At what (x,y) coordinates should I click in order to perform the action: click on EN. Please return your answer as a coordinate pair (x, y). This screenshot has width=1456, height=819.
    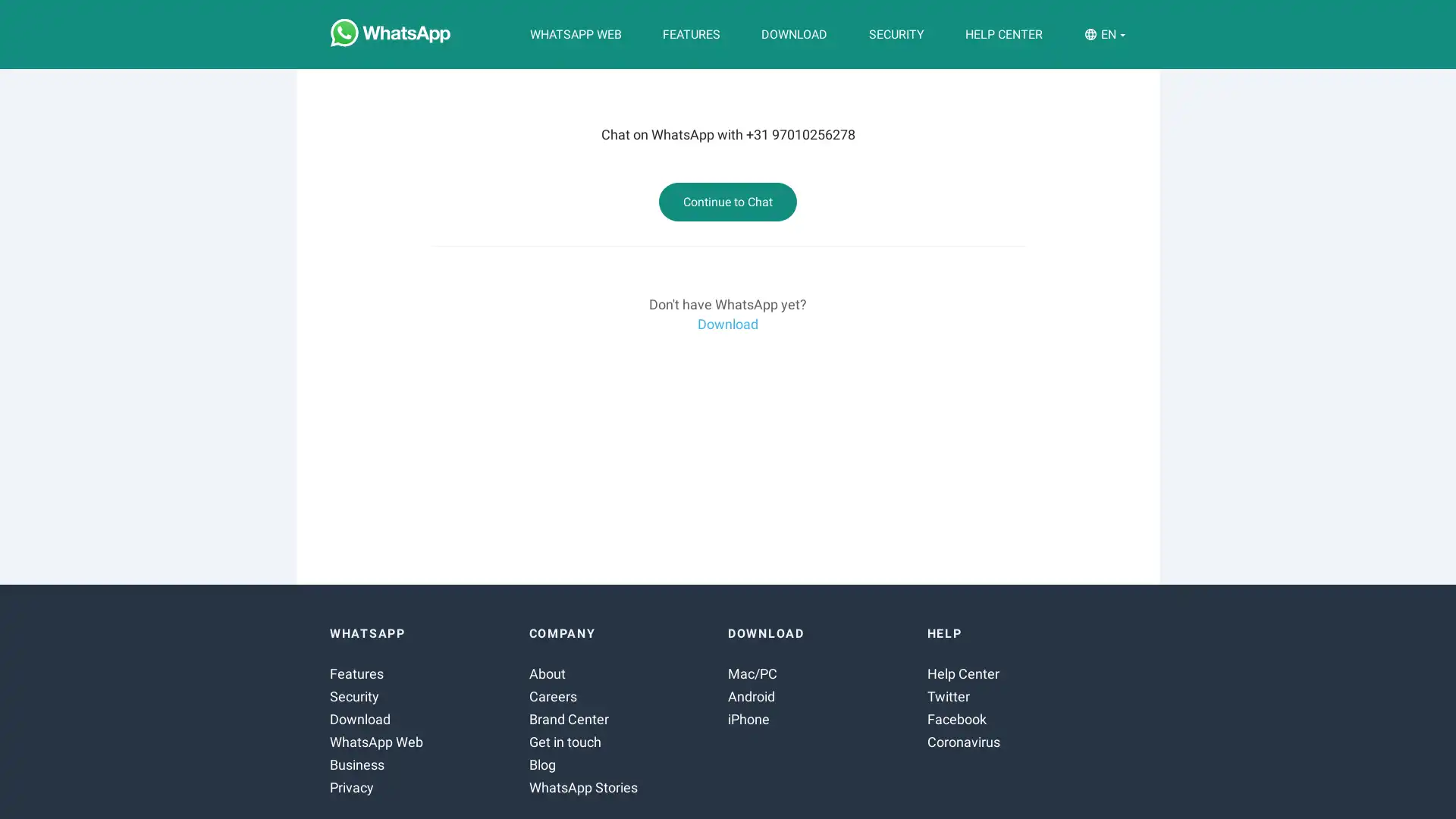
    Looking at the image, I should click on (1105, 34).